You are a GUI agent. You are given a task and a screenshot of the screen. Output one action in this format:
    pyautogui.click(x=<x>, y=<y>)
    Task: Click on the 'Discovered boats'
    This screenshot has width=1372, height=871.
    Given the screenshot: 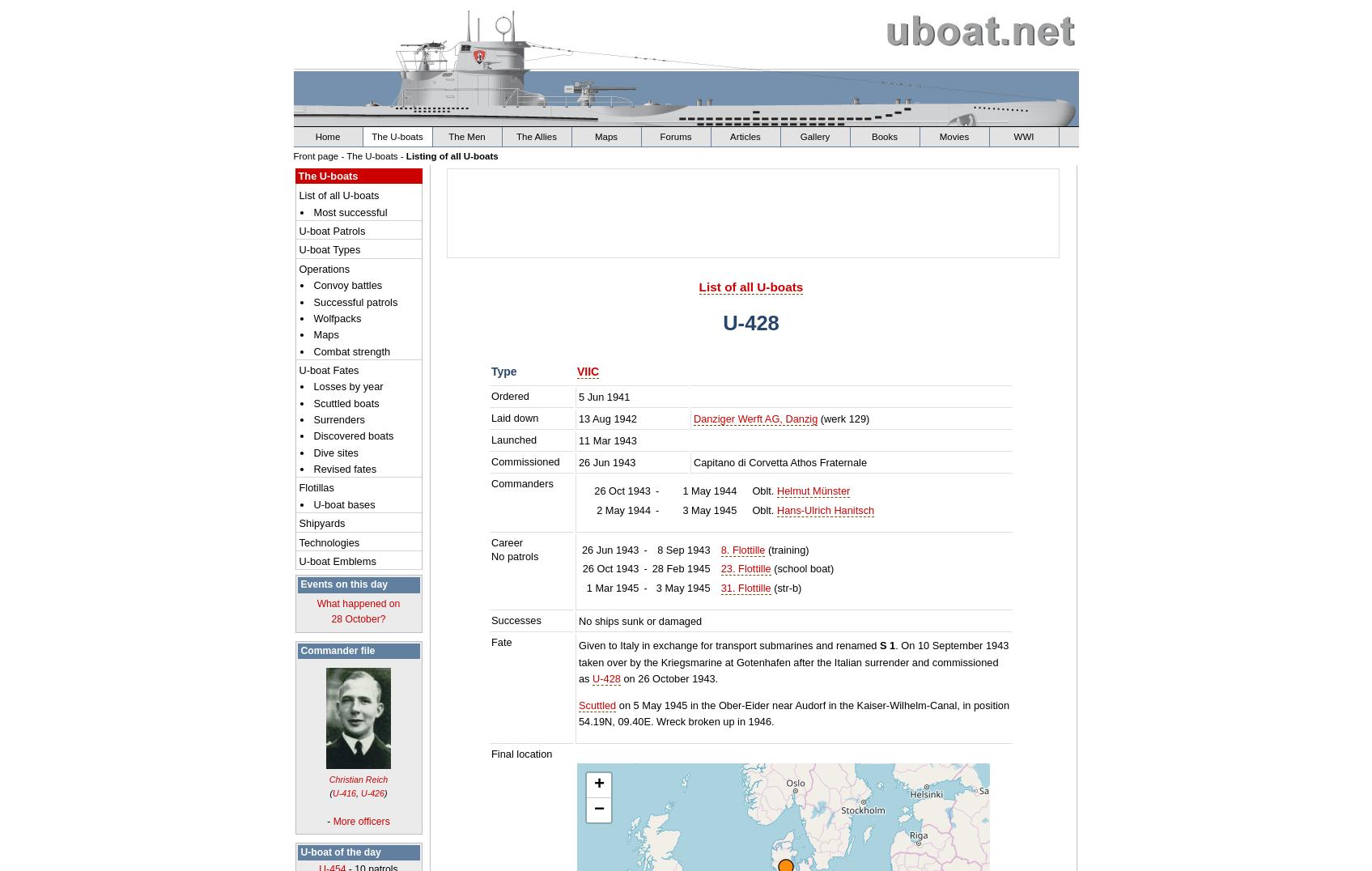 What is the action you would take?
    pyautogui.click(x=353, y=435)
    